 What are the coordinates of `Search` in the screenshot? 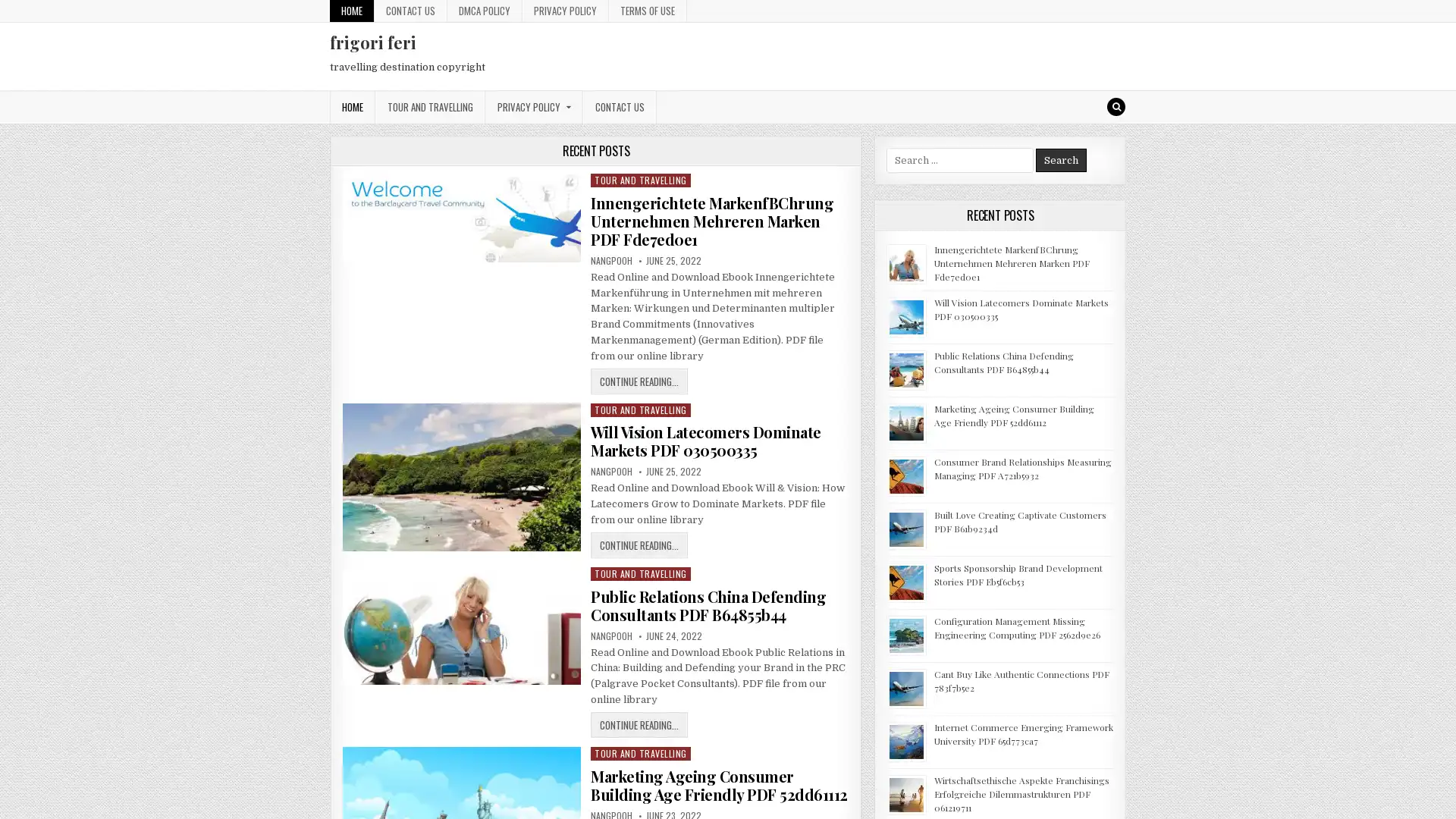 It's located at (1060, 160).